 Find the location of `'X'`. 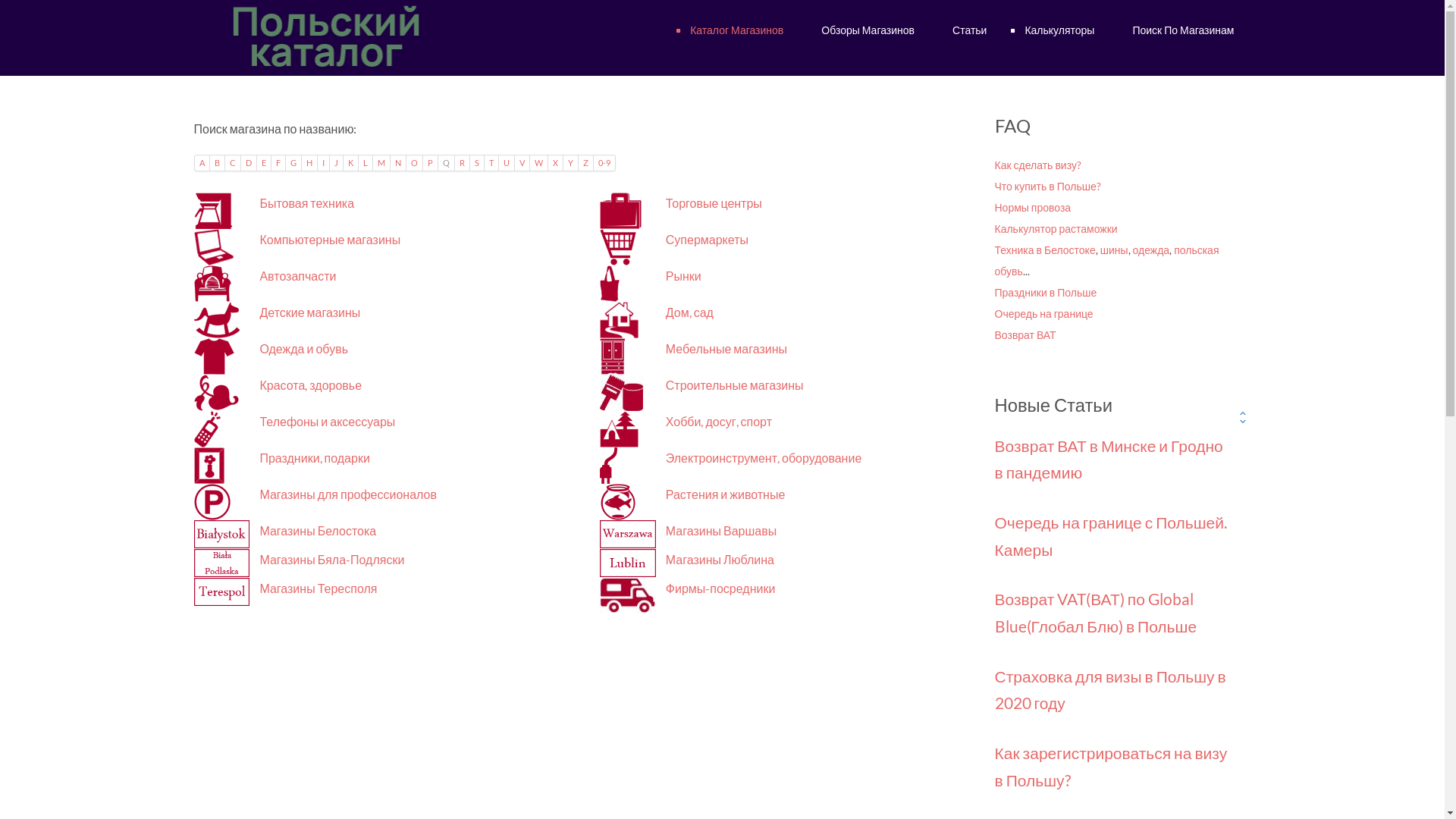

'X' is located at coordinates (554, 163).